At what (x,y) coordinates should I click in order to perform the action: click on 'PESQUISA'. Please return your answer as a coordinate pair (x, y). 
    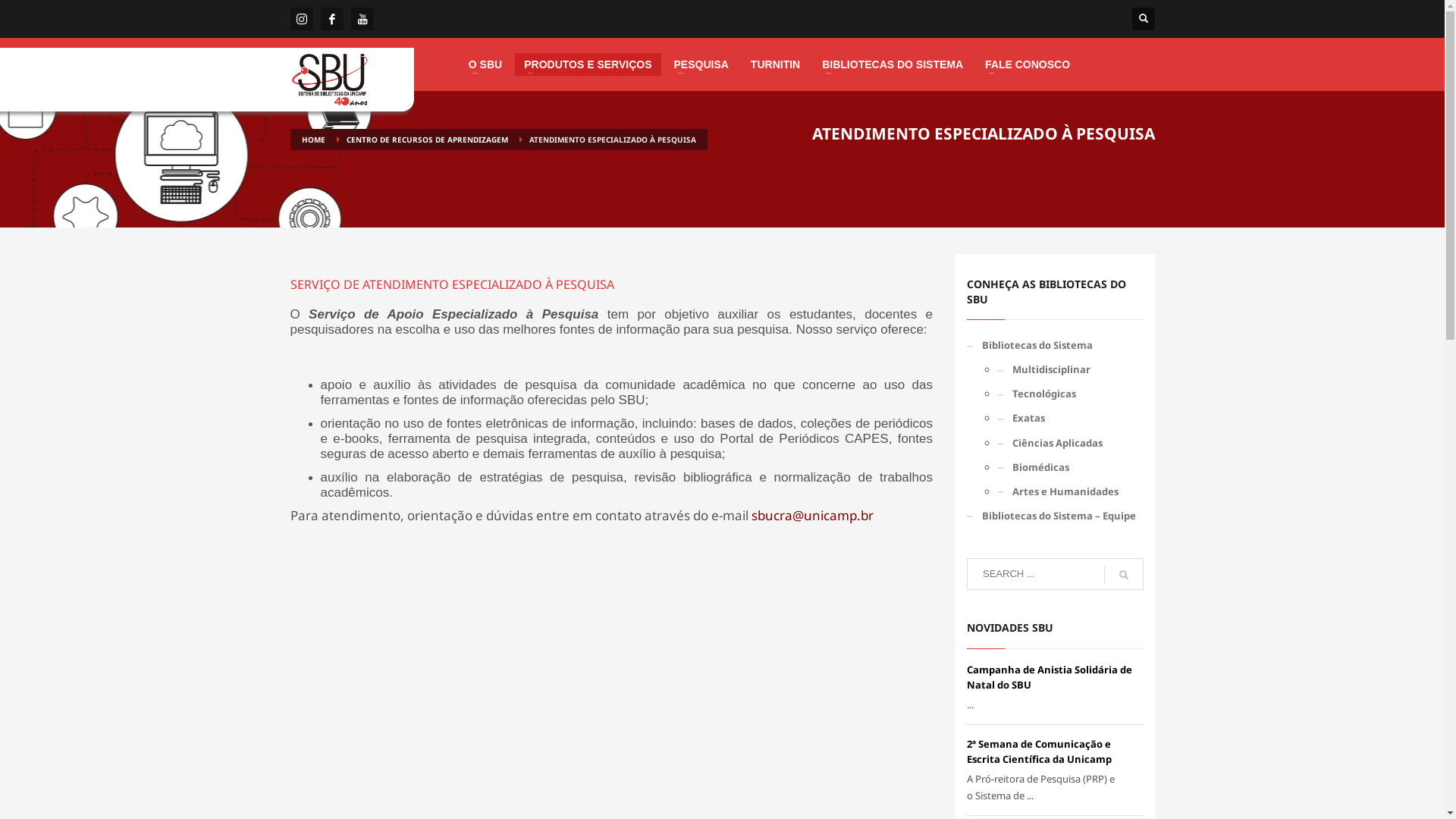
    Looking at the image, I should click on (699, 63).